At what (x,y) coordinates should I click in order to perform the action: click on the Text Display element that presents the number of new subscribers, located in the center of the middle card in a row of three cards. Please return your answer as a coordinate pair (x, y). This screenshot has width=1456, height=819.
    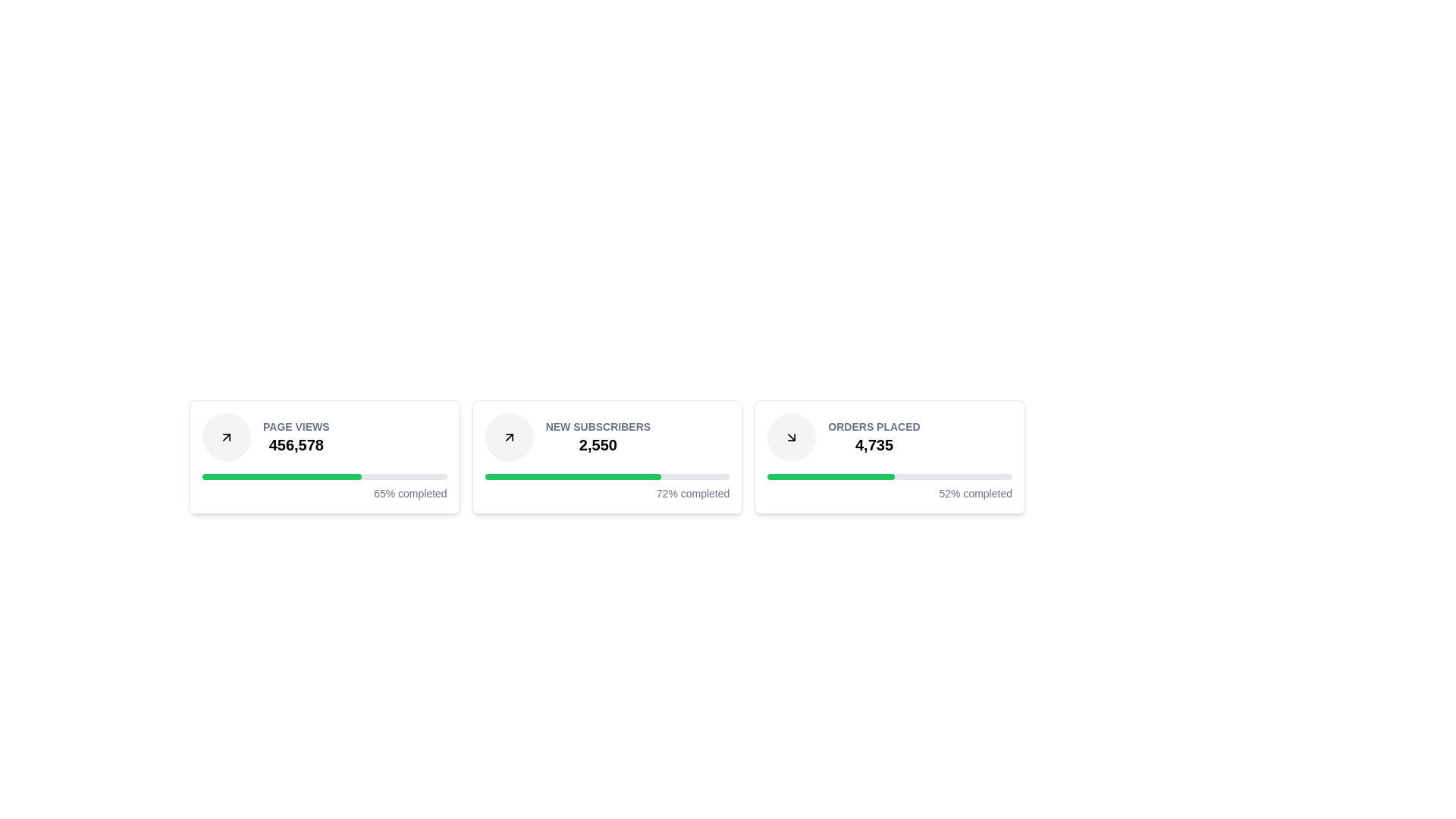
    Looking at the image, I should click on (597, 438).